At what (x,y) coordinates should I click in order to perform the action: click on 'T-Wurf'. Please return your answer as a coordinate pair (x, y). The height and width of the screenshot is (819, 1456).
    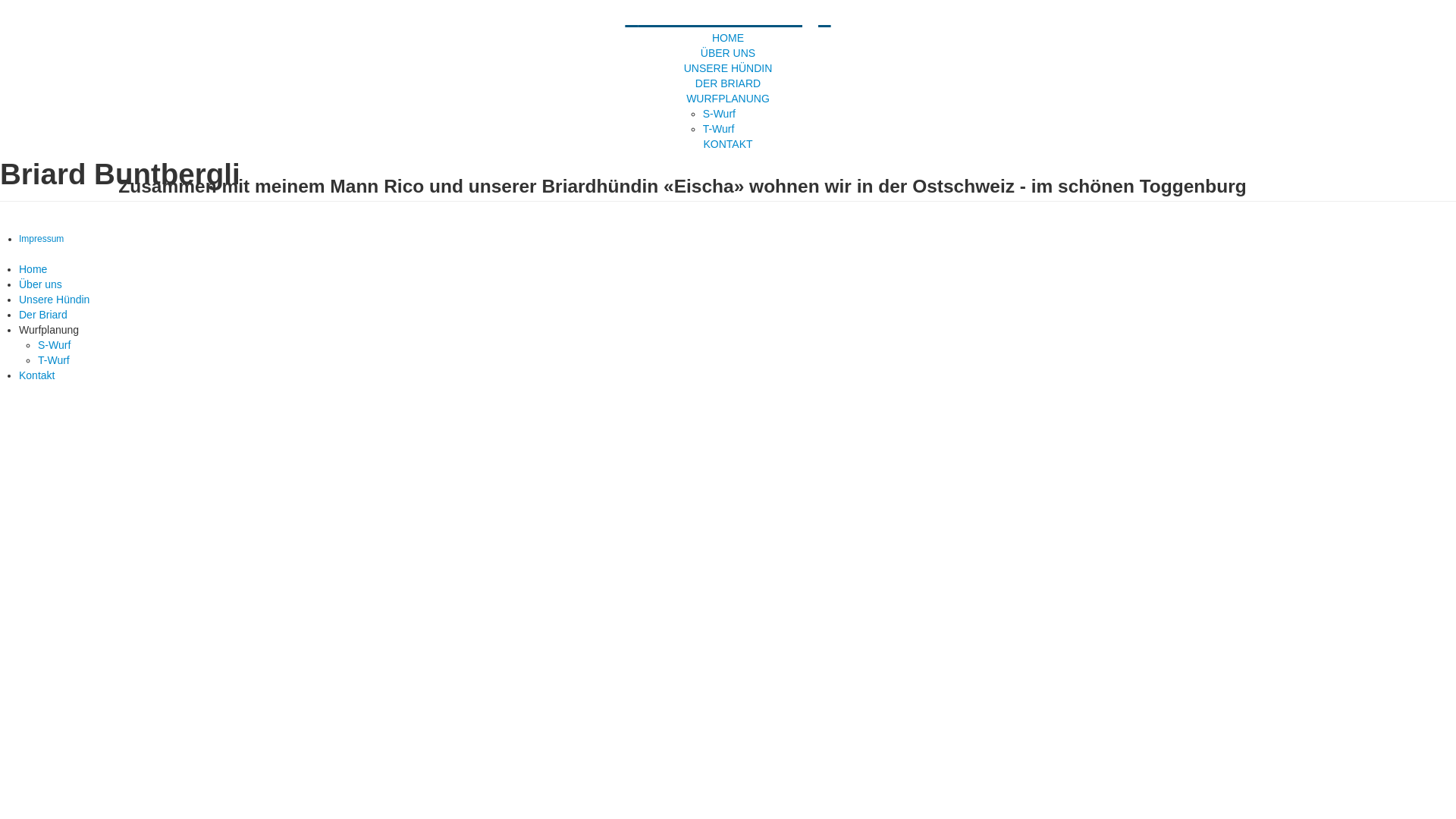
    Looking at the image, I should click on (717, 127).